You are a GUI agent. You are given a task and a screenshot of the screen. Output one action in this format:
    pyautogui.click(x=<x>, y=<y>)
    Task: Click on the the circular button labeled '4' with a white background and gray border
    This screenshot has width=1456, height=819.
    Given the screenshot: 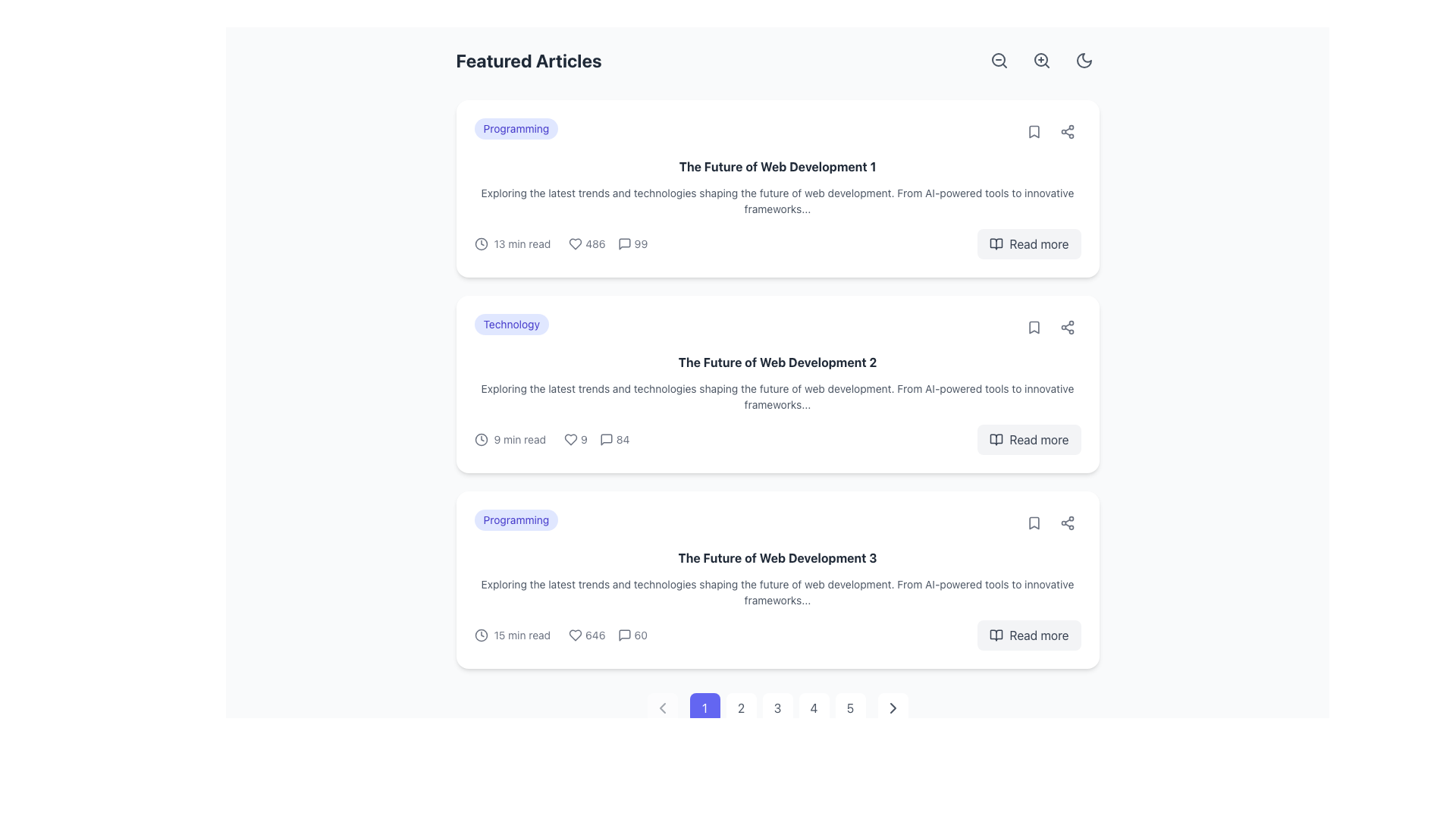 What is the action you would take?
    pyautogui.click(x=813, y=708)
    